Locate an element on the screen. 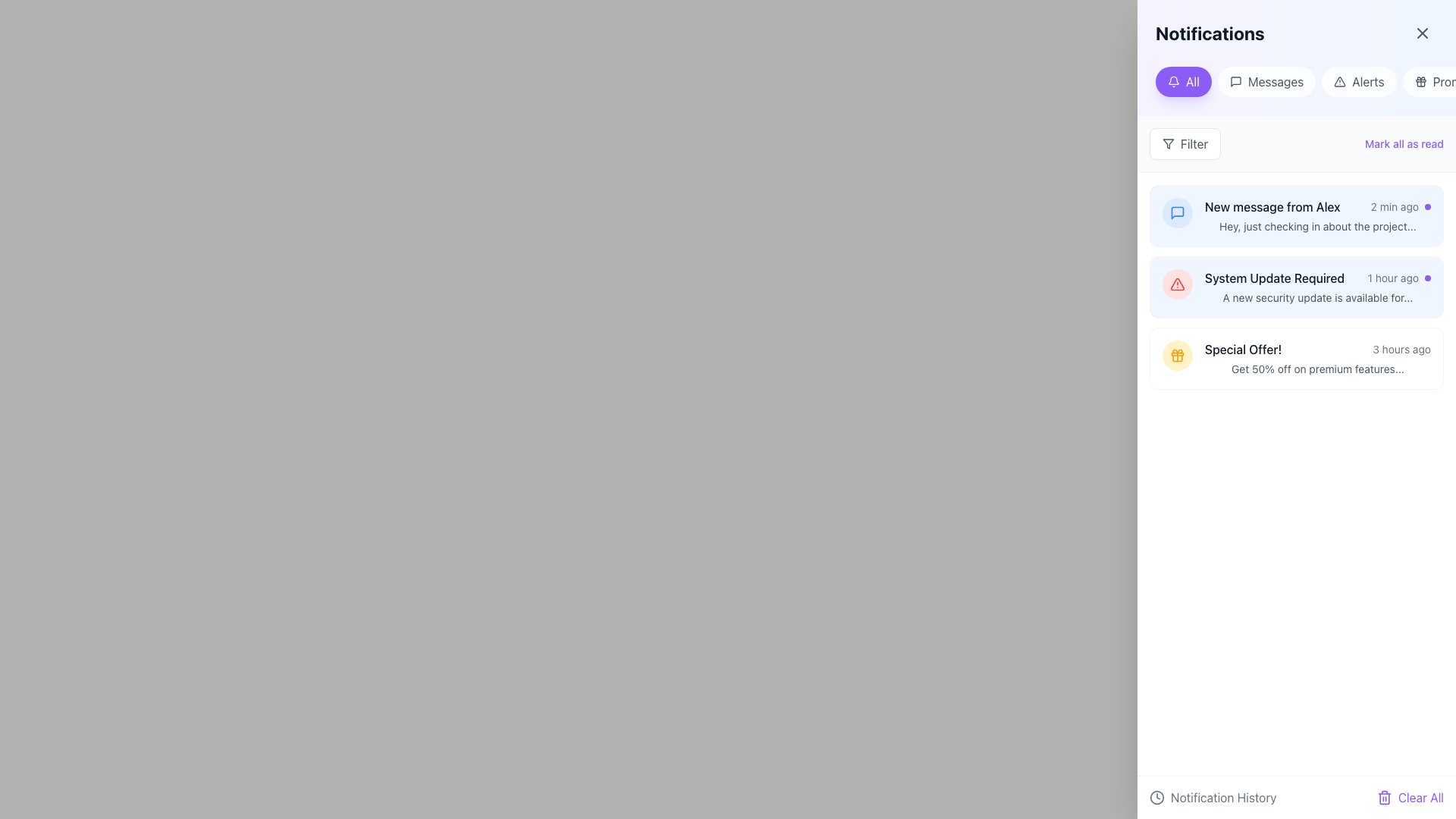  the button located on the right end of the 'New message from Alex' notification to pin it for easier access is located at coordinates (1388, 216).